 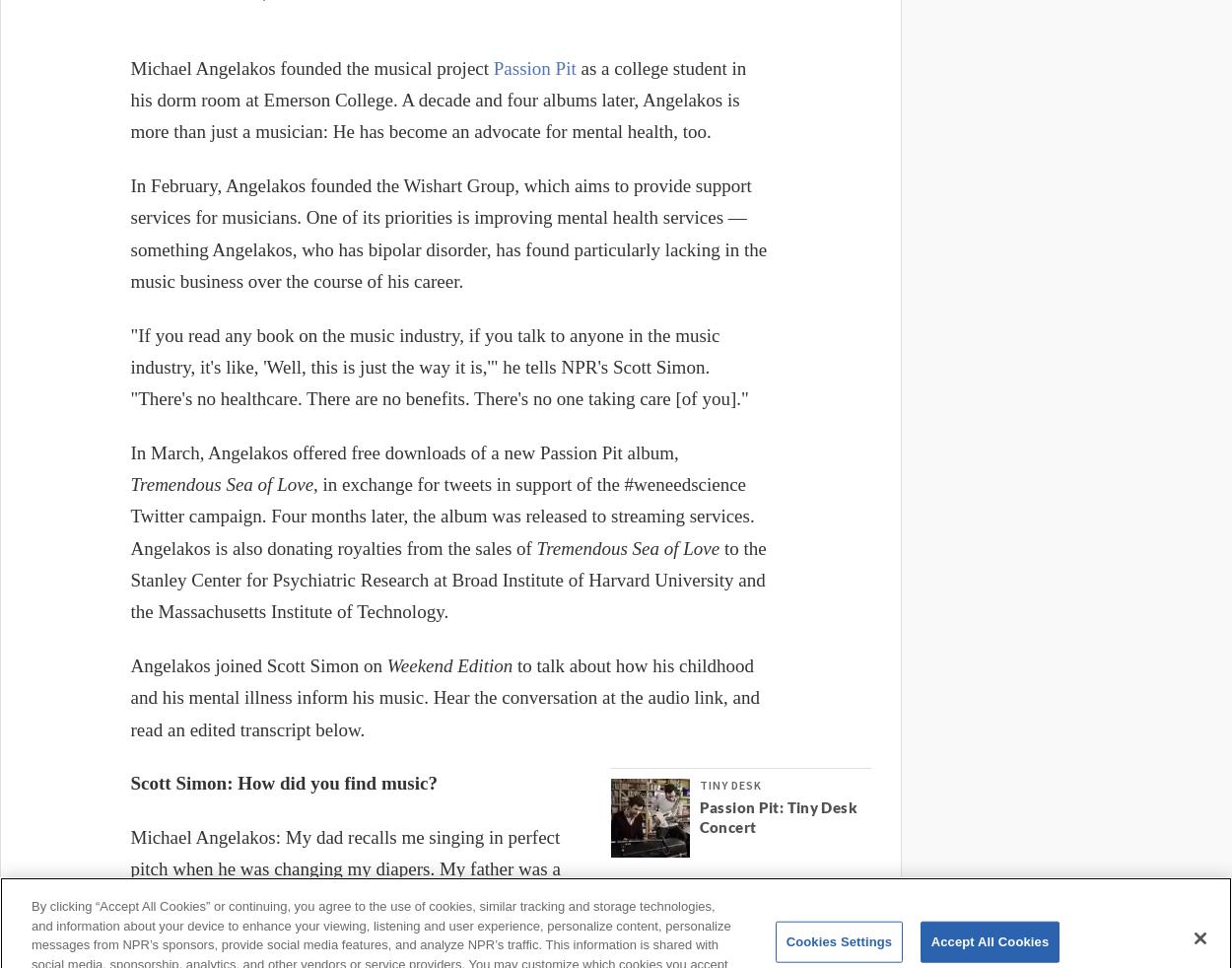 I want to click on 'Tiny Desk', so click(x=728, y=785).